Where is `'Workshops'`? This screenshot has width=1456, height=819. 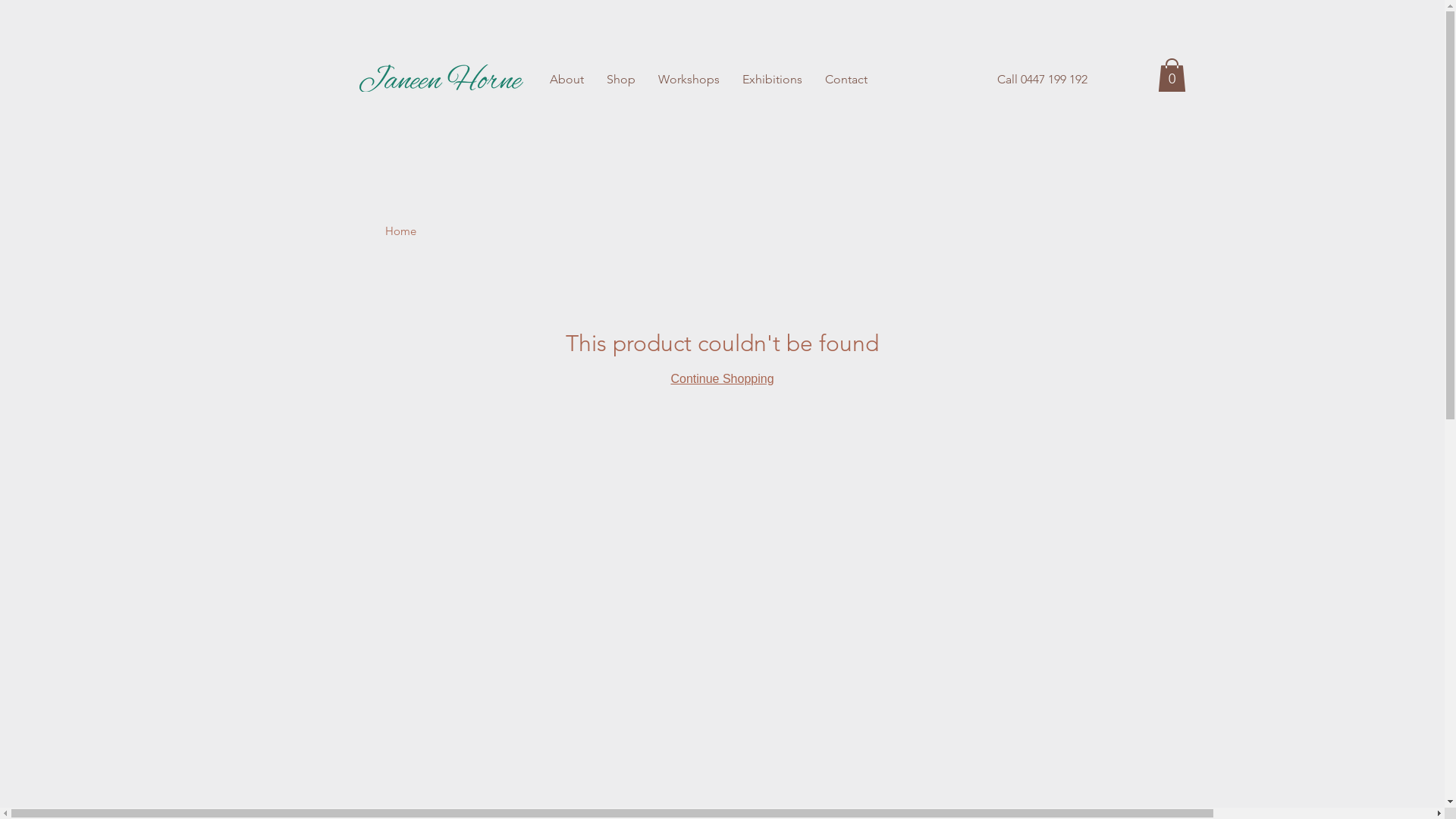
'Workshops' is located at coordinates (645, 79).